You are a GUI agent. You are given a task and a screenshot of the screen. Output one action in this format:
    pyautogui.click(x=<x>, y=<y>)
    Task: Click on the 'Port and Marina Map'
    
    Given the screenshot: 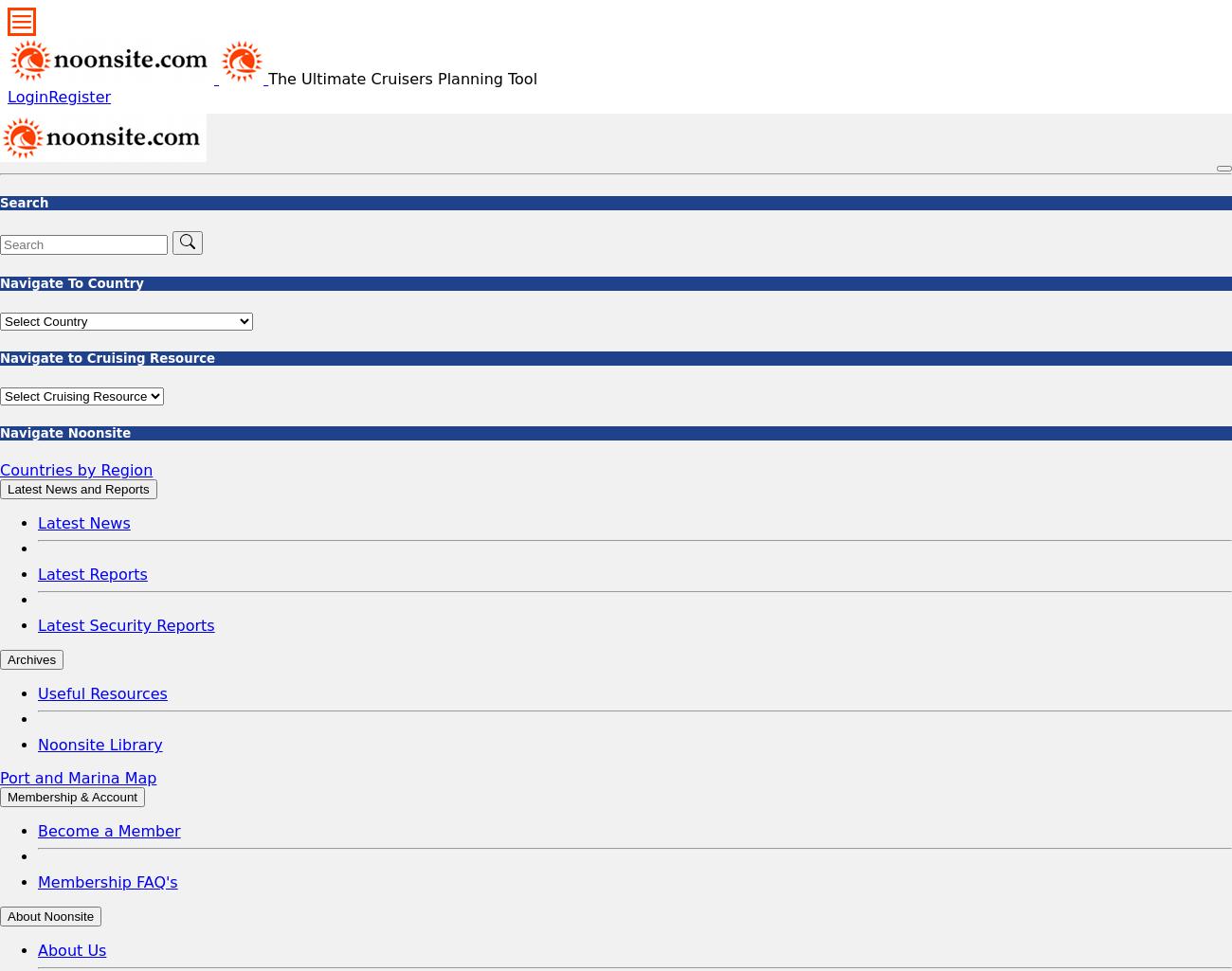 What is the action you would take?
    pyautogui.click(x=78, y=777)
    